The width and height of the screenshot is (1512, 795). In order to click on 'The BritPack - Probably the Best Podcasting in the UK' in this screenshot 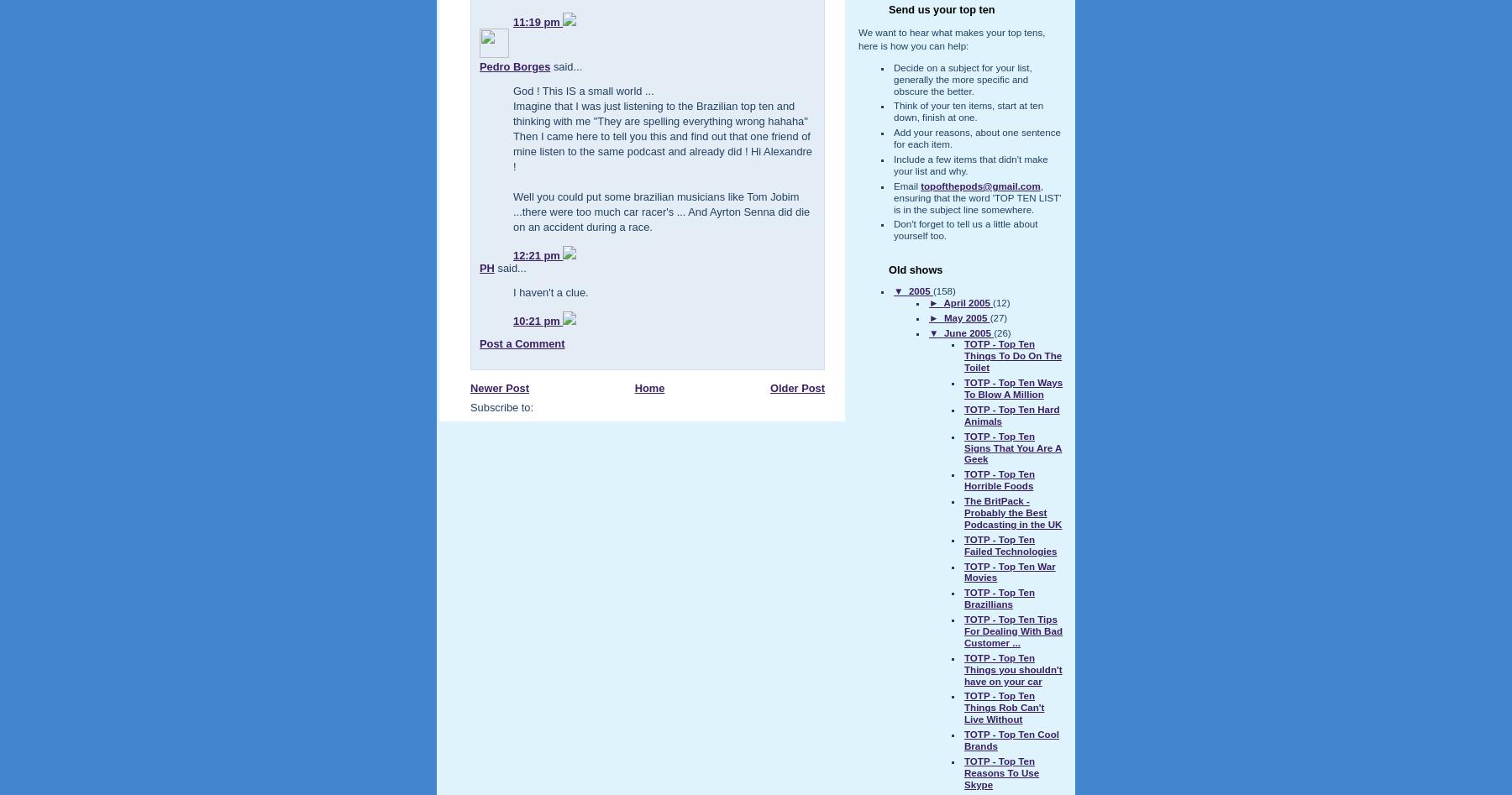, I will do `click(963, 512)`.